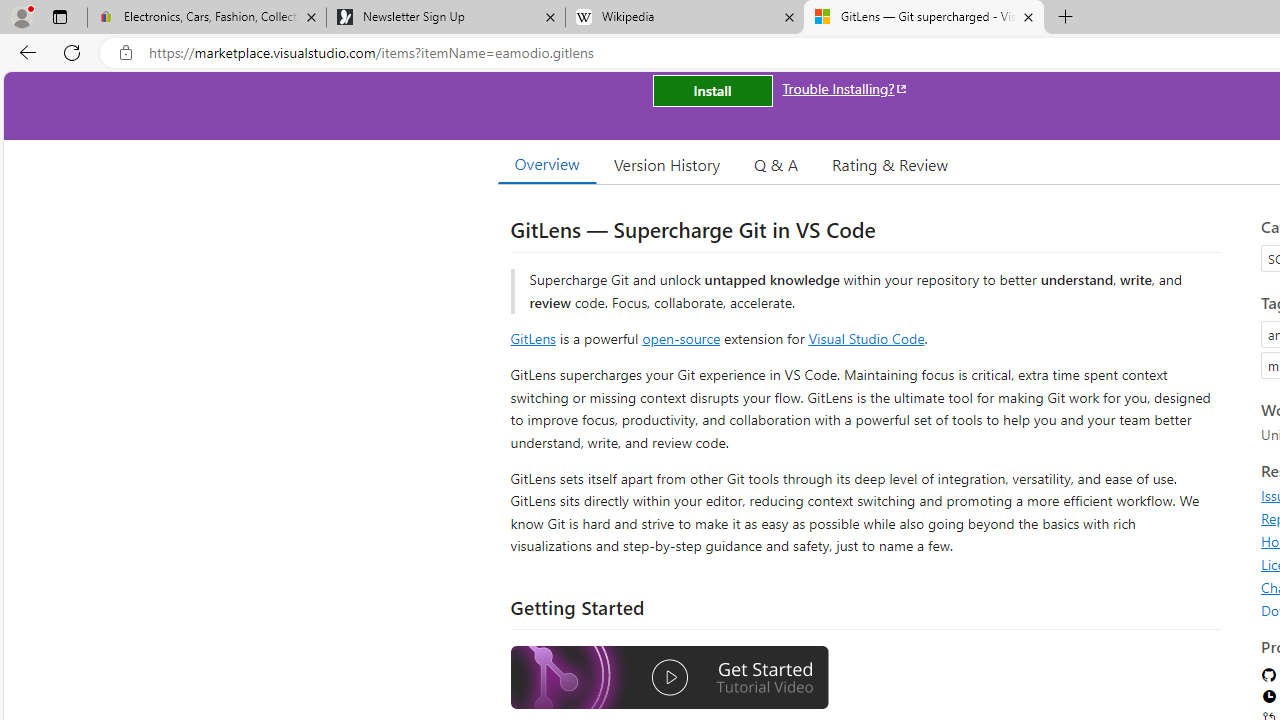  I want to click on 'Visual Studio Code', so click(866, 337).